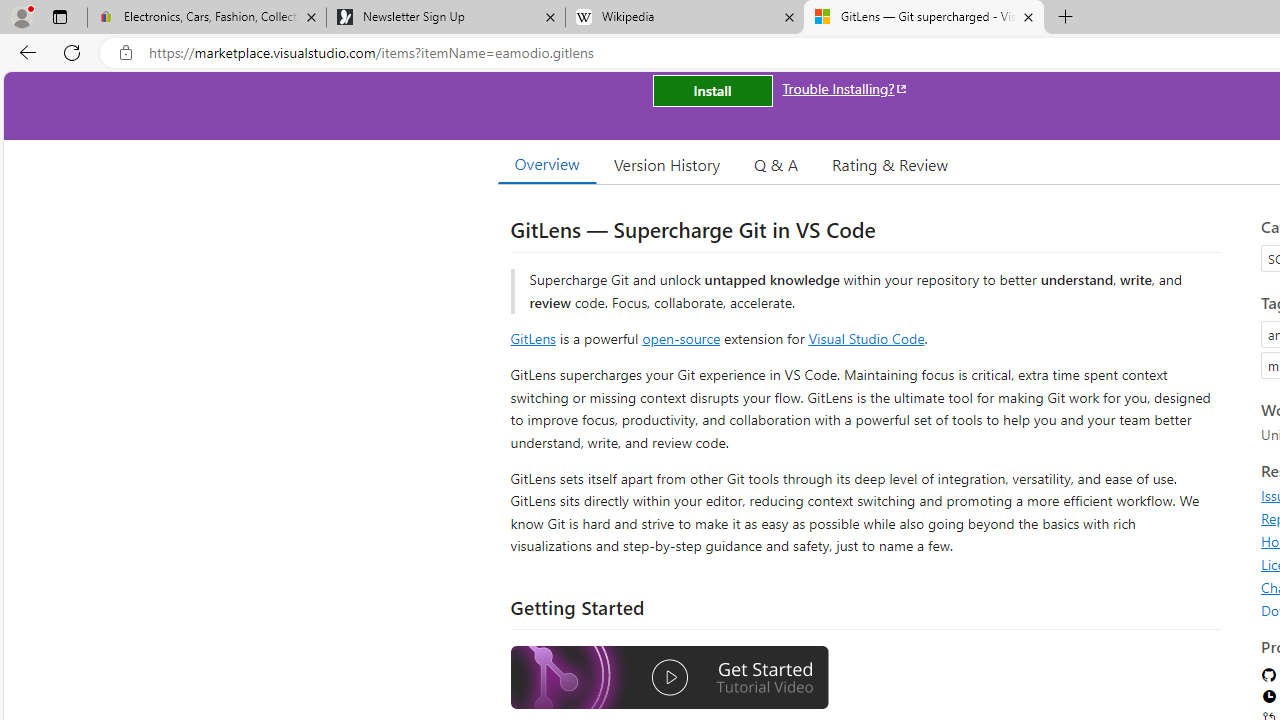  I want to click on 'Visual Studio Code', so click(866, 337).